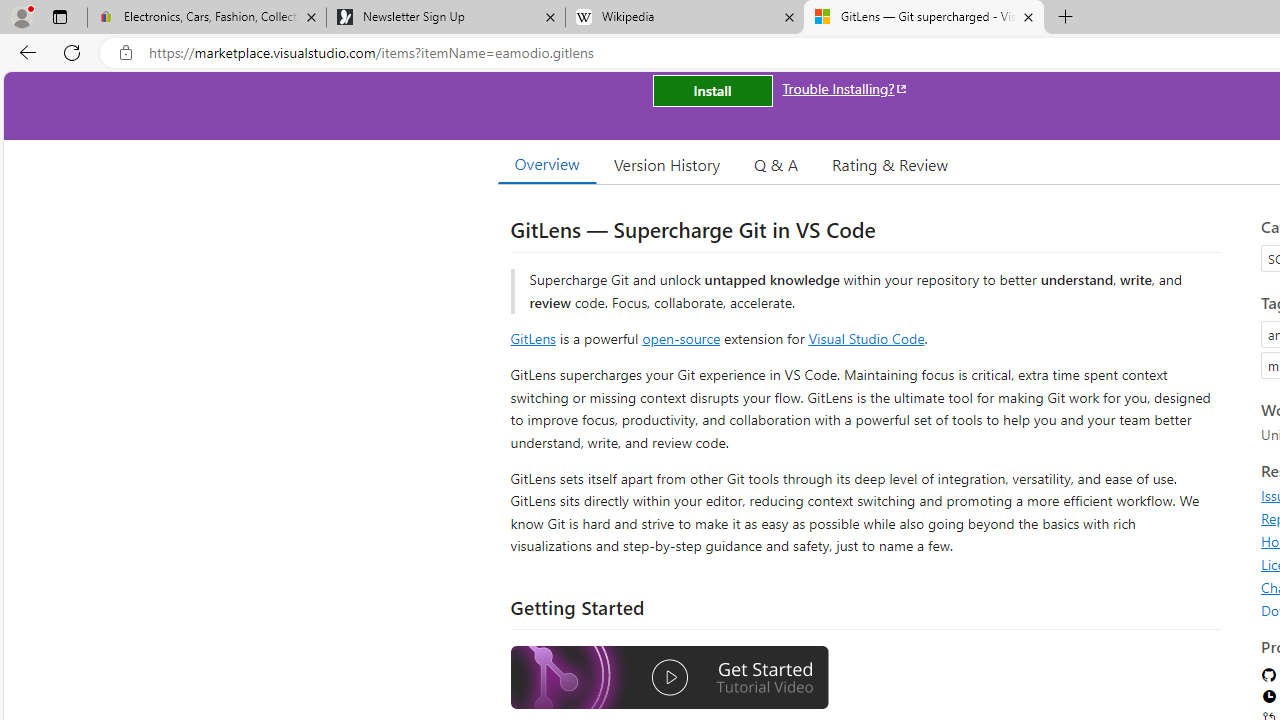  I want to click on 'Visual Studio Code', so click(866, 337).